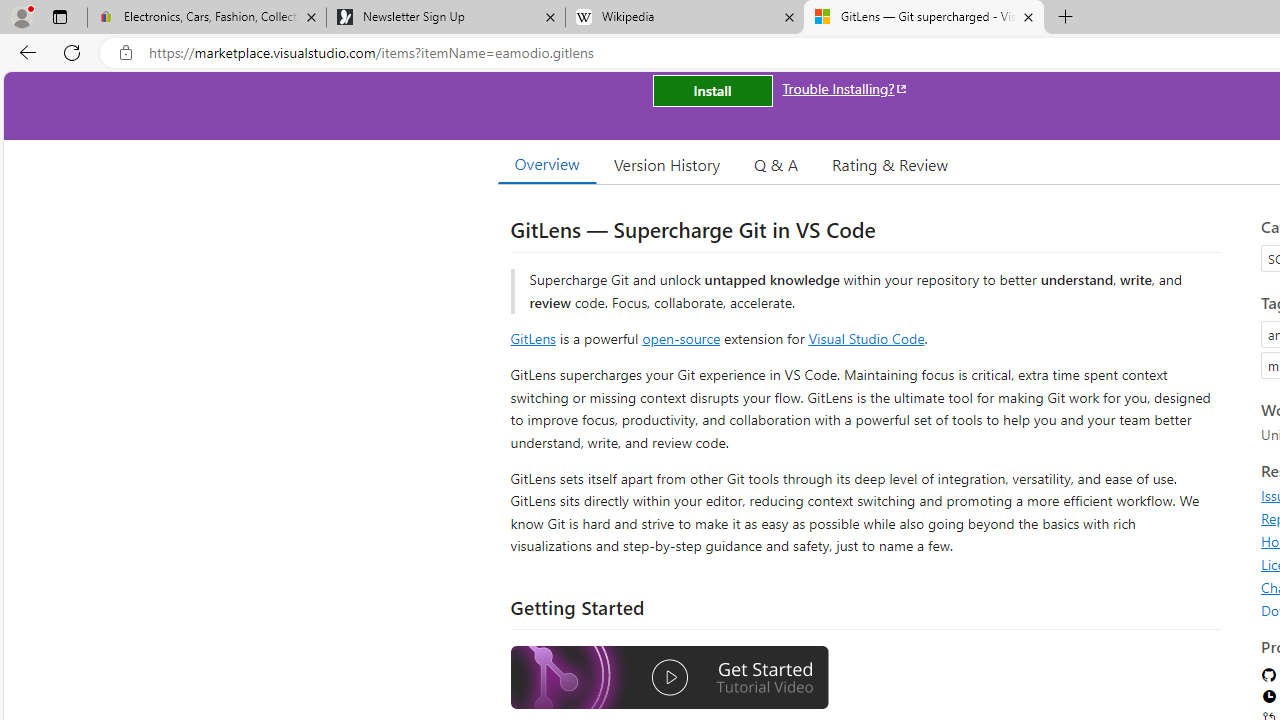  I want to click on 'Visual Studio Code', so click(866, 337).